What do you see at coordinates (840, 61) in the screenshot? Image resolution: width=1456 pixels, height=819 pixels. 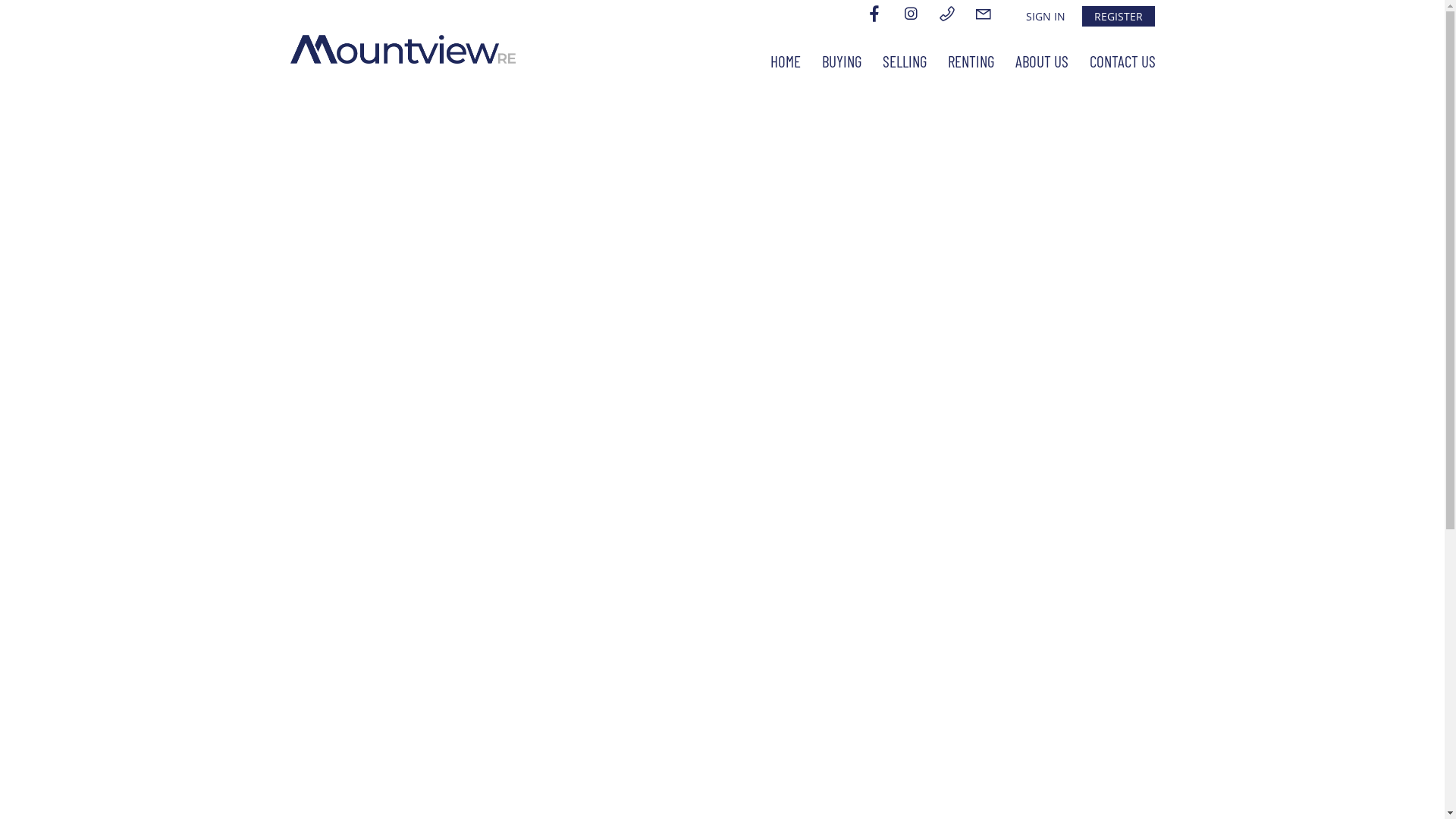 I see `'BUYING'` at bounding box center [840, 61].